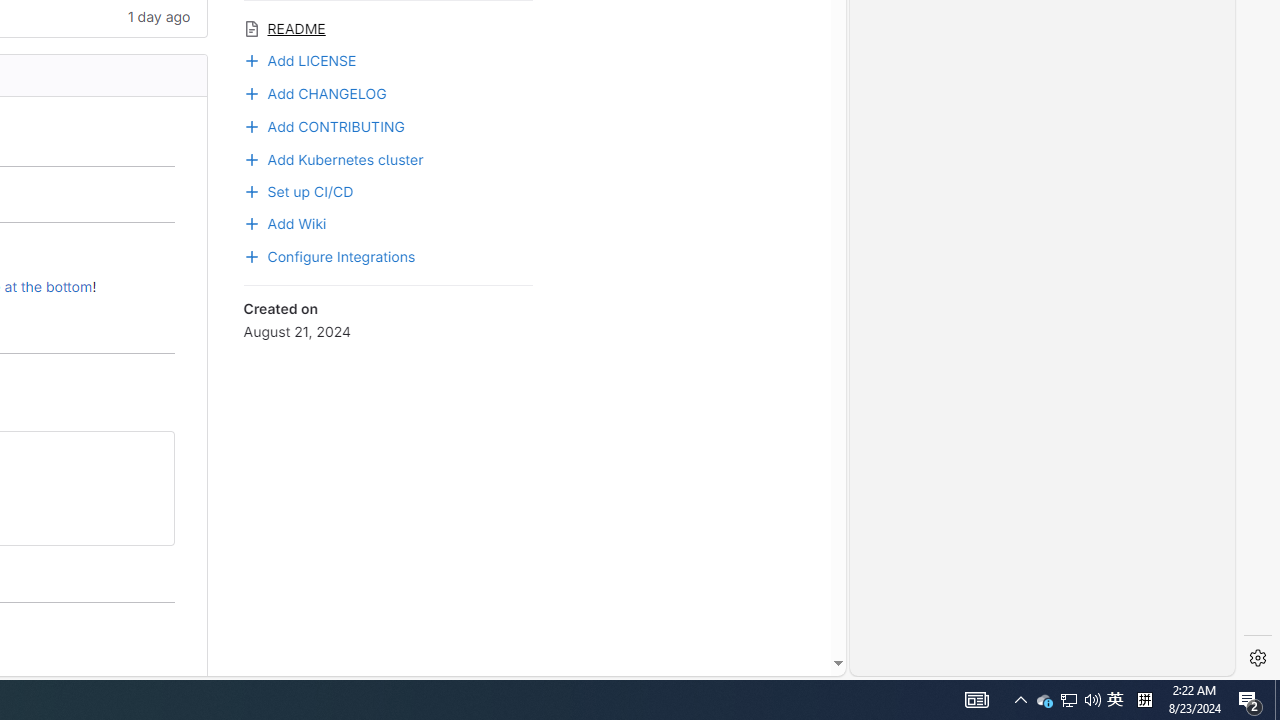  I want to click on 'Add CHANGELOG', so click(313, 91).